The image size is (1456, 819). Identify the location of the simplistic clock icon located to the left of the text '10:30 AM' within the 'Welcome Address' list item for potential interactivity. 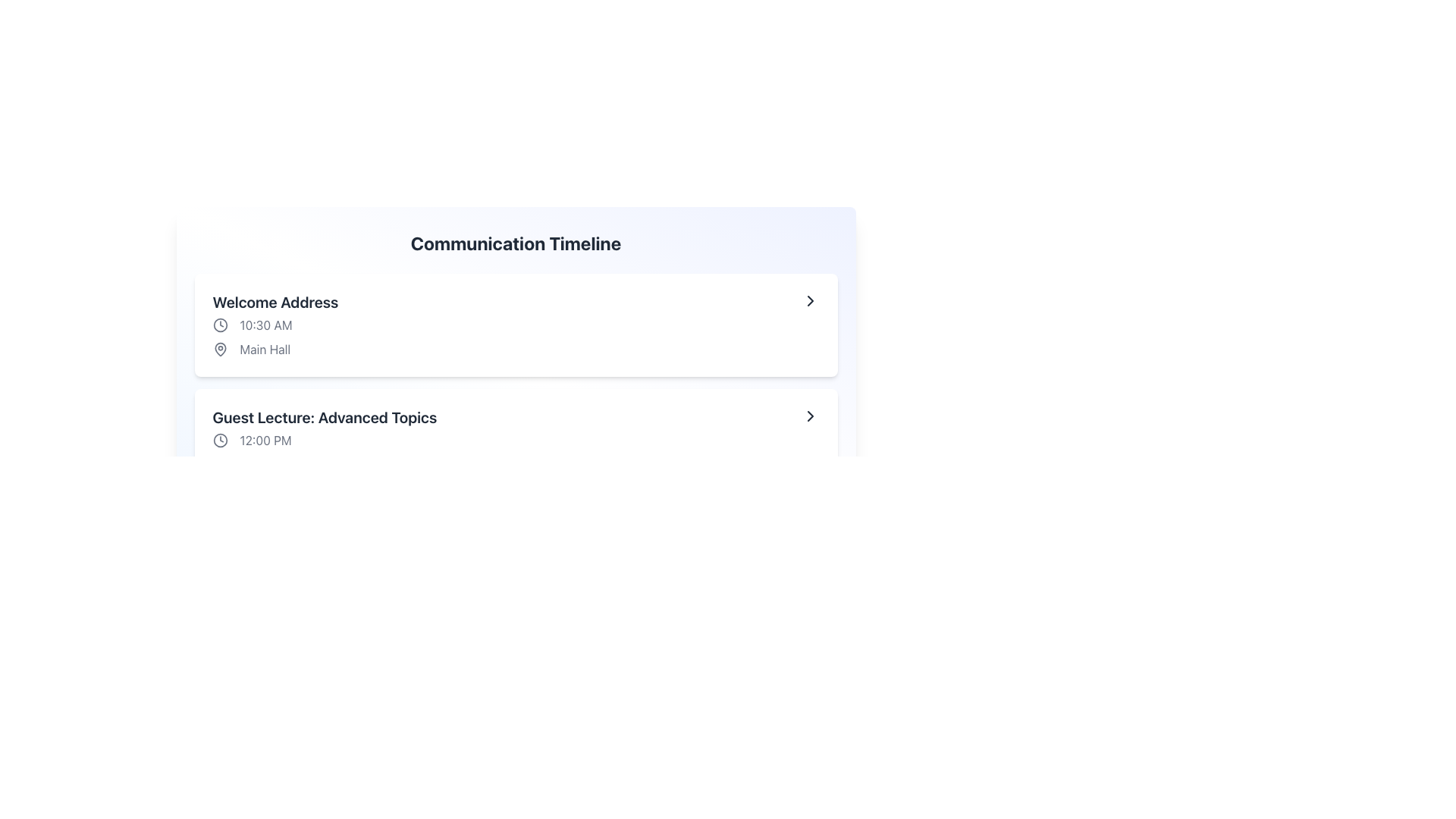
(219, 324).